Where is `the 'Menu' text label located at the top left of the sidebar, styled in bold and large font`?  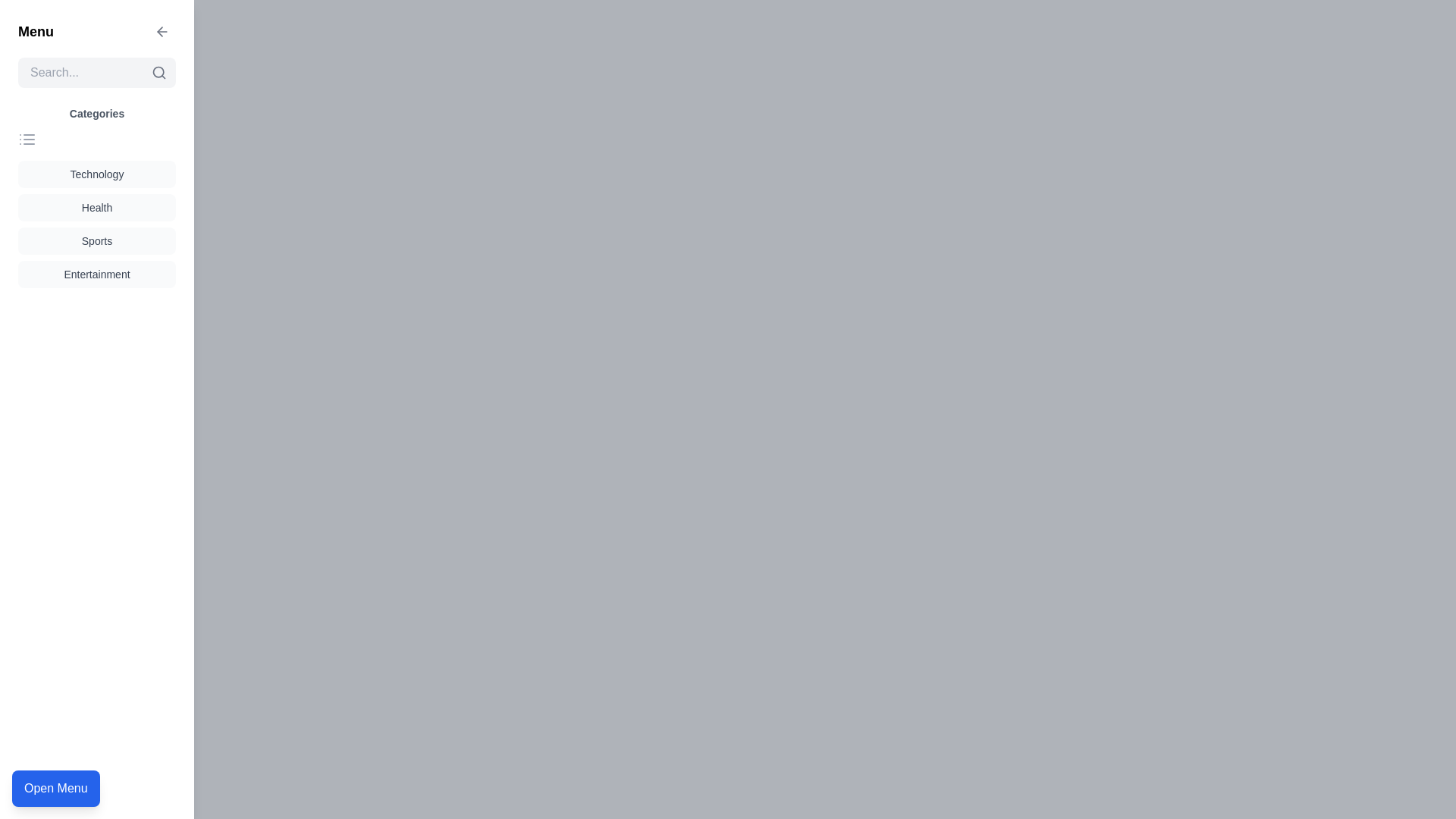
the 'Menu' text label located at the top left of the sidebar, styled in bold and large font is located at coordinates (36, 32).